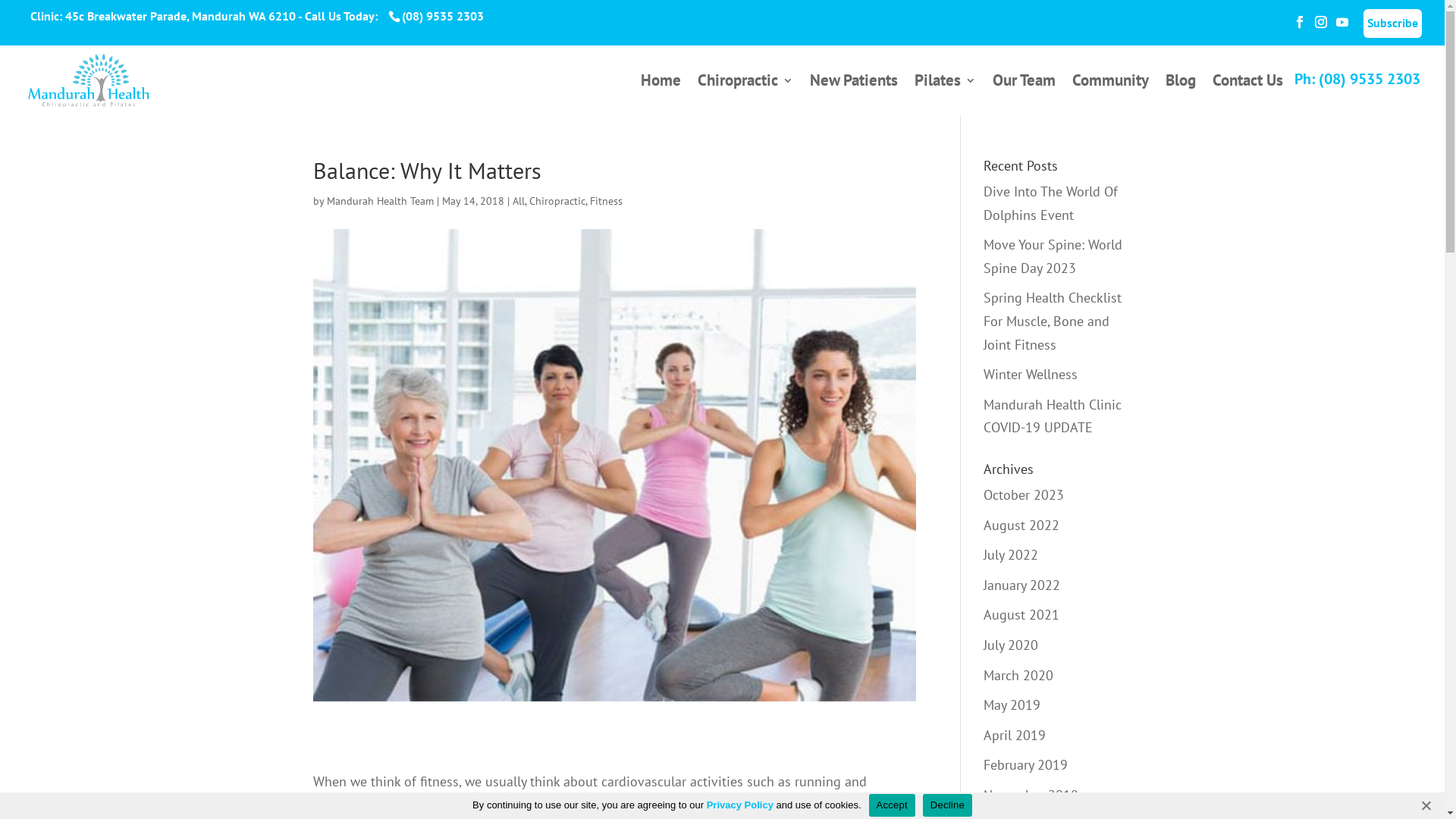 The image size is (1456, 819). Describe the element at coordinates (379, 200) in the screenshot. I see `'Mandurah Health Team'` at that location.